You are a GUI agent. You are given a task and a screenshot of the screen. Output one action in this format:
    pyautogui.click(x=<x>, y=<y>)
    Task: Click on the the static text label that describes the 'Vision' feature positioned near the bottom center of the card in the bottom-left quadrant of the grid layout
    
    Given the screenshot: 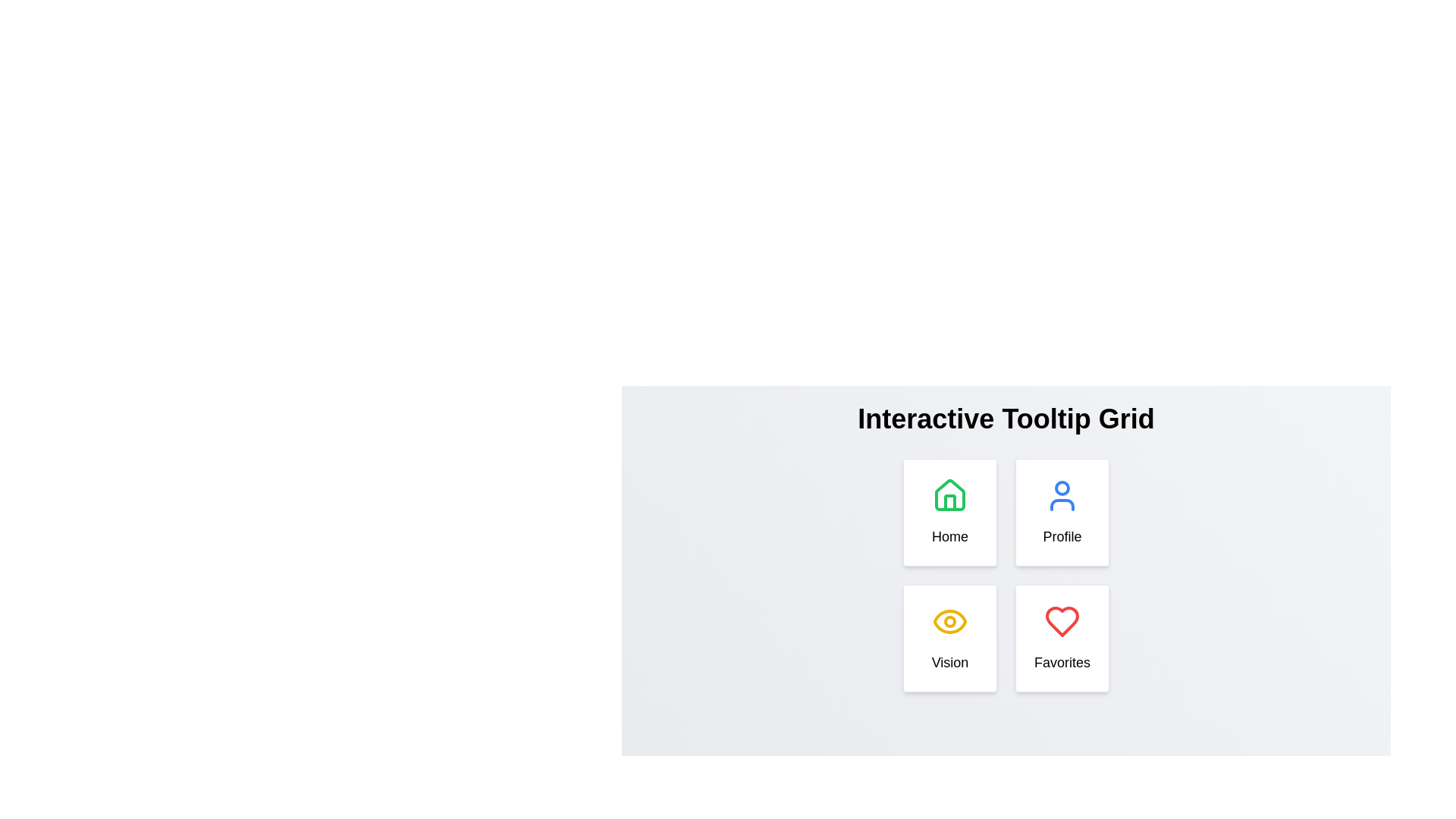 What is the action you would take?
    pyautogui.click(x=949, y=662)
    